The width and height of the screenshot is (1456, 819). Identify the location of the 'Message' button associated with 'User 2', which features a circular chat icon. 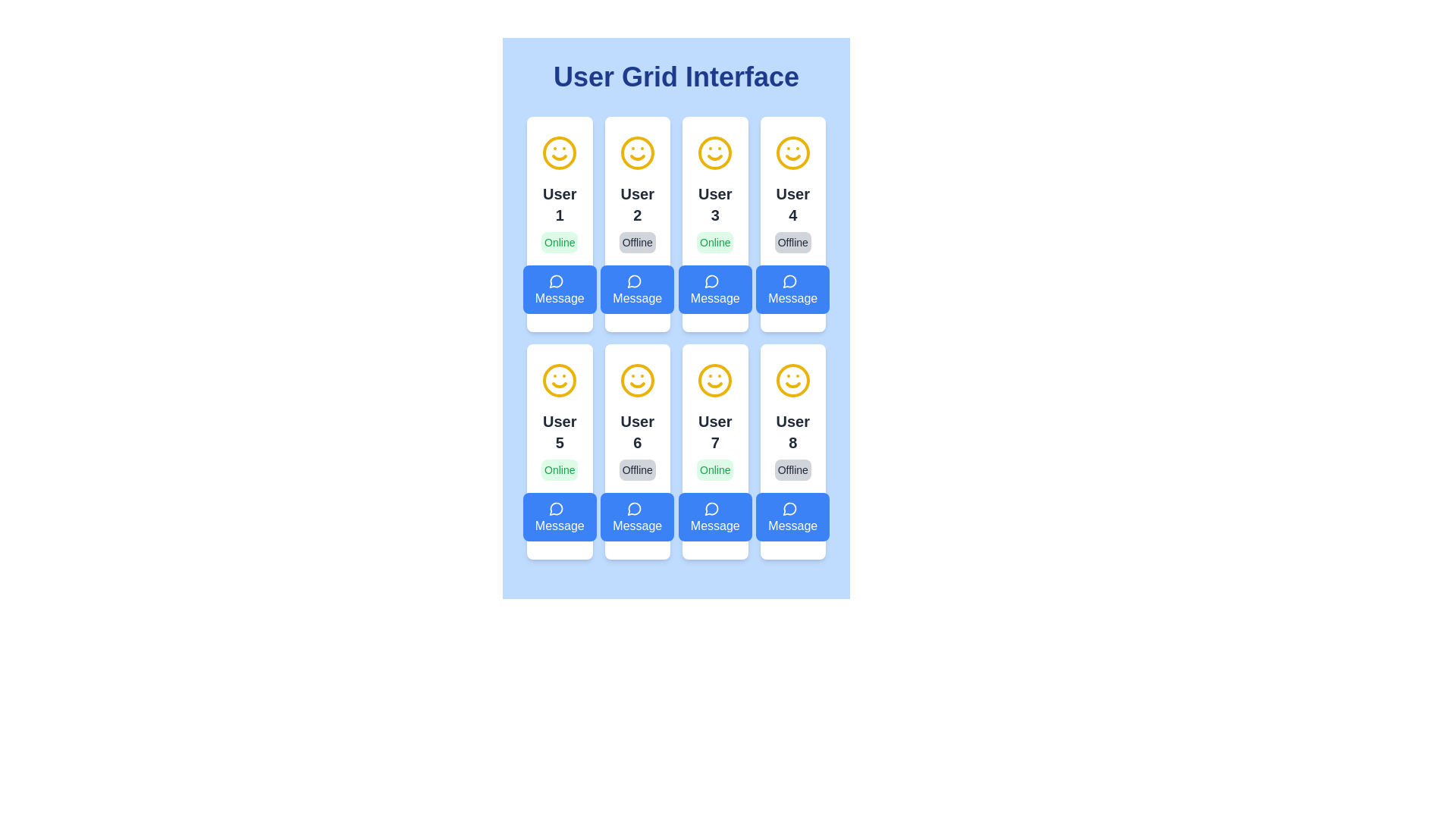
(634, 281).